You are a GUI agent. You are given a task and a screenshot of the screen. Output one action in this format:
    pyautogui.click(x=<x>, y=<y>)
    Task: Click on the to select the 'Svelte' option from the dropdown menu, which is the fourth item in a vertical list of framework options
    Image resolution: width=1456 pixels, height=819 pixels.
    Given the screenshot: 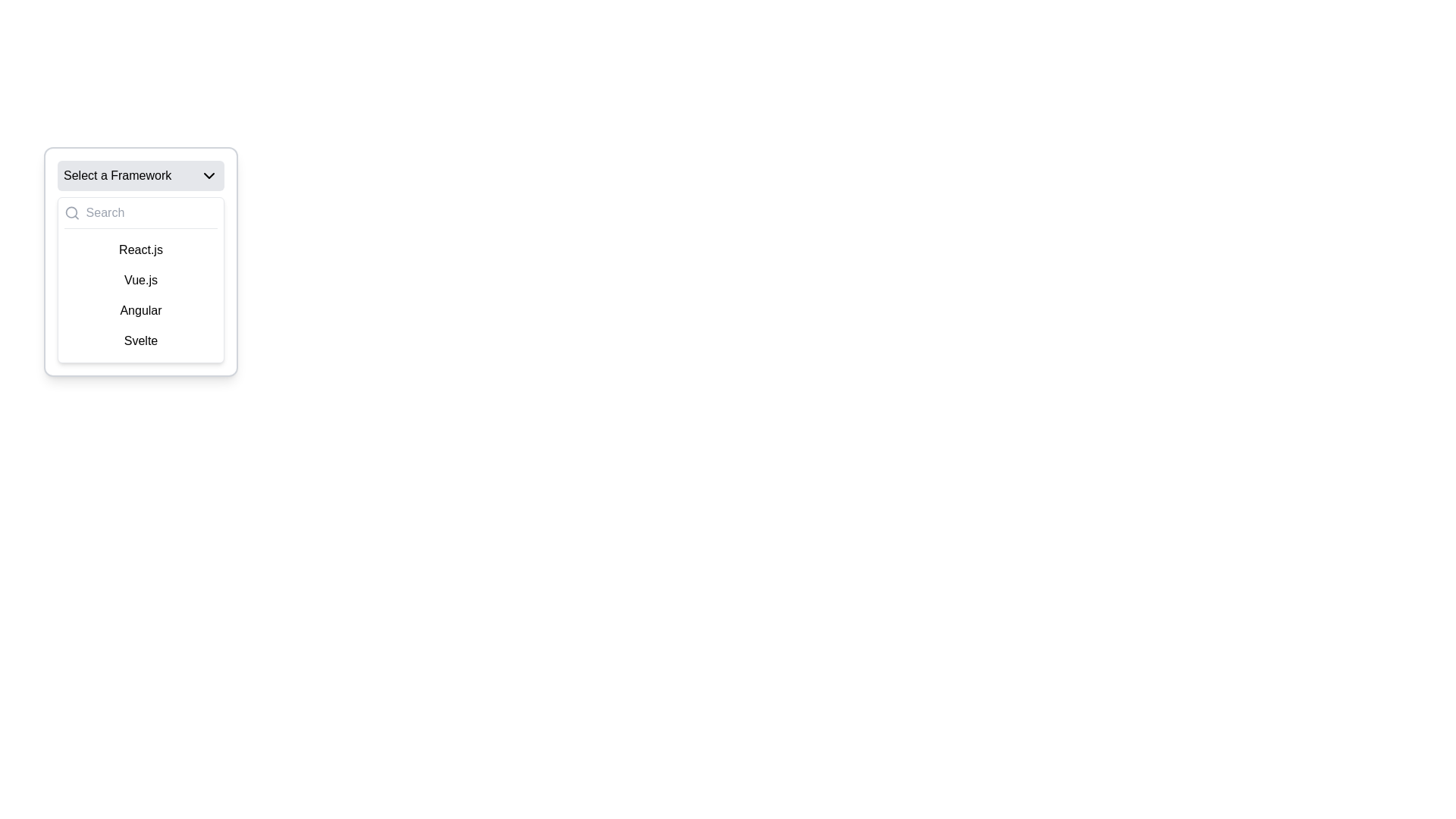 What is the action you would take?
    pyautogui.click(x=141, y=341)
    